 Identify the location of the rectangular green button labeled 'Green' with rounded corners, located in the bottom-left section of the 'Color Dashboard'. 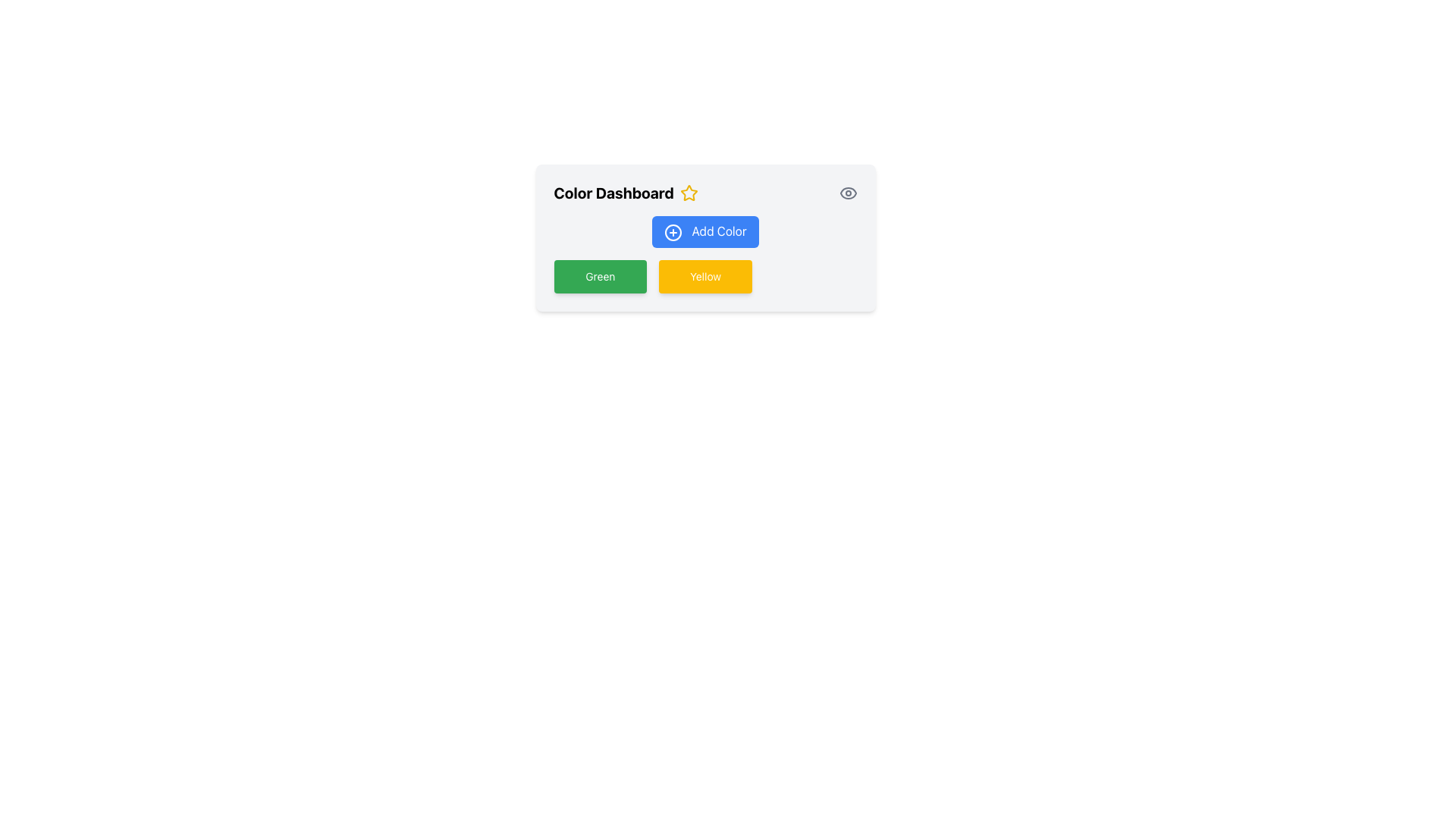
(599, 276).